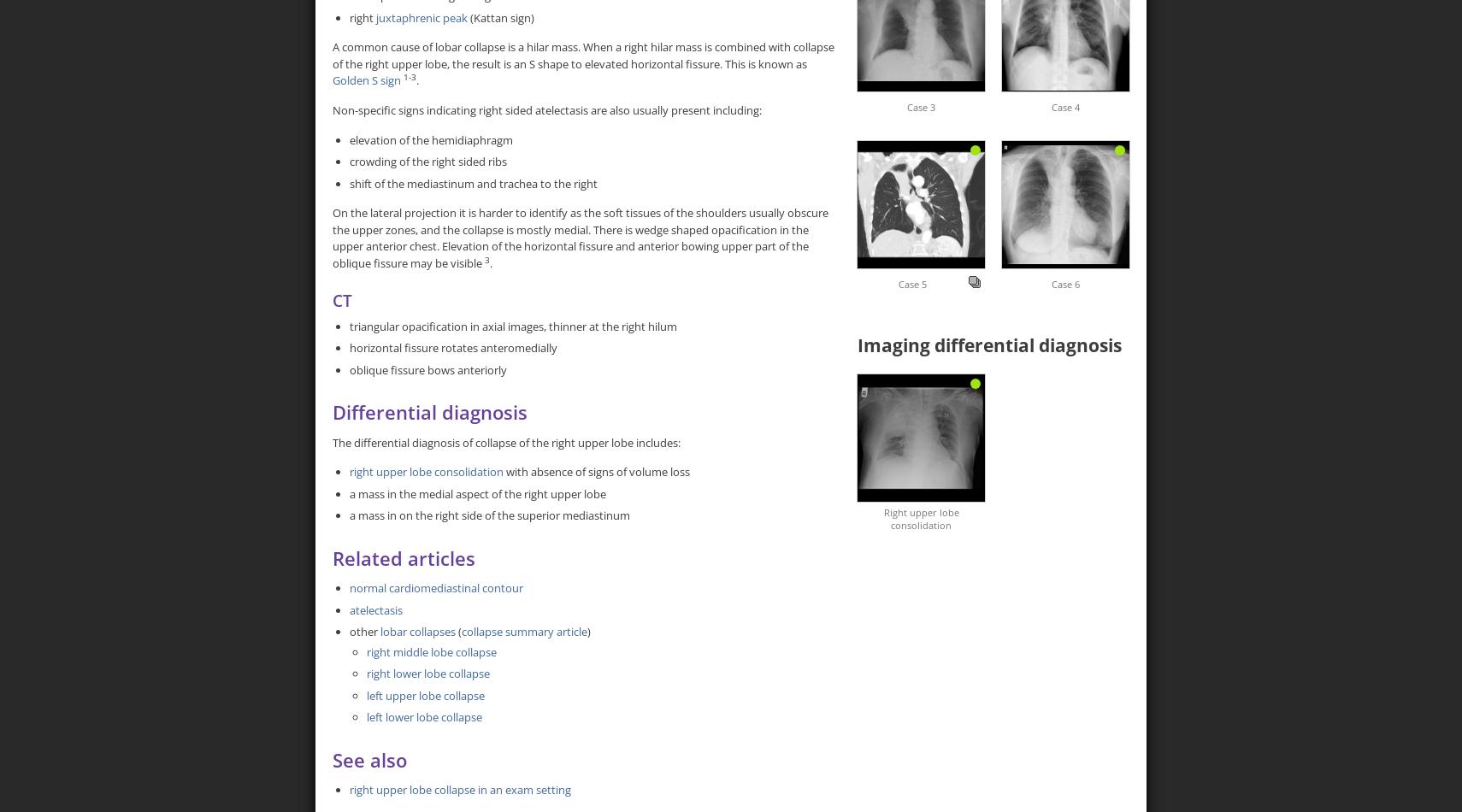  I want to click on 'collapse summary article', so click(524, 631).